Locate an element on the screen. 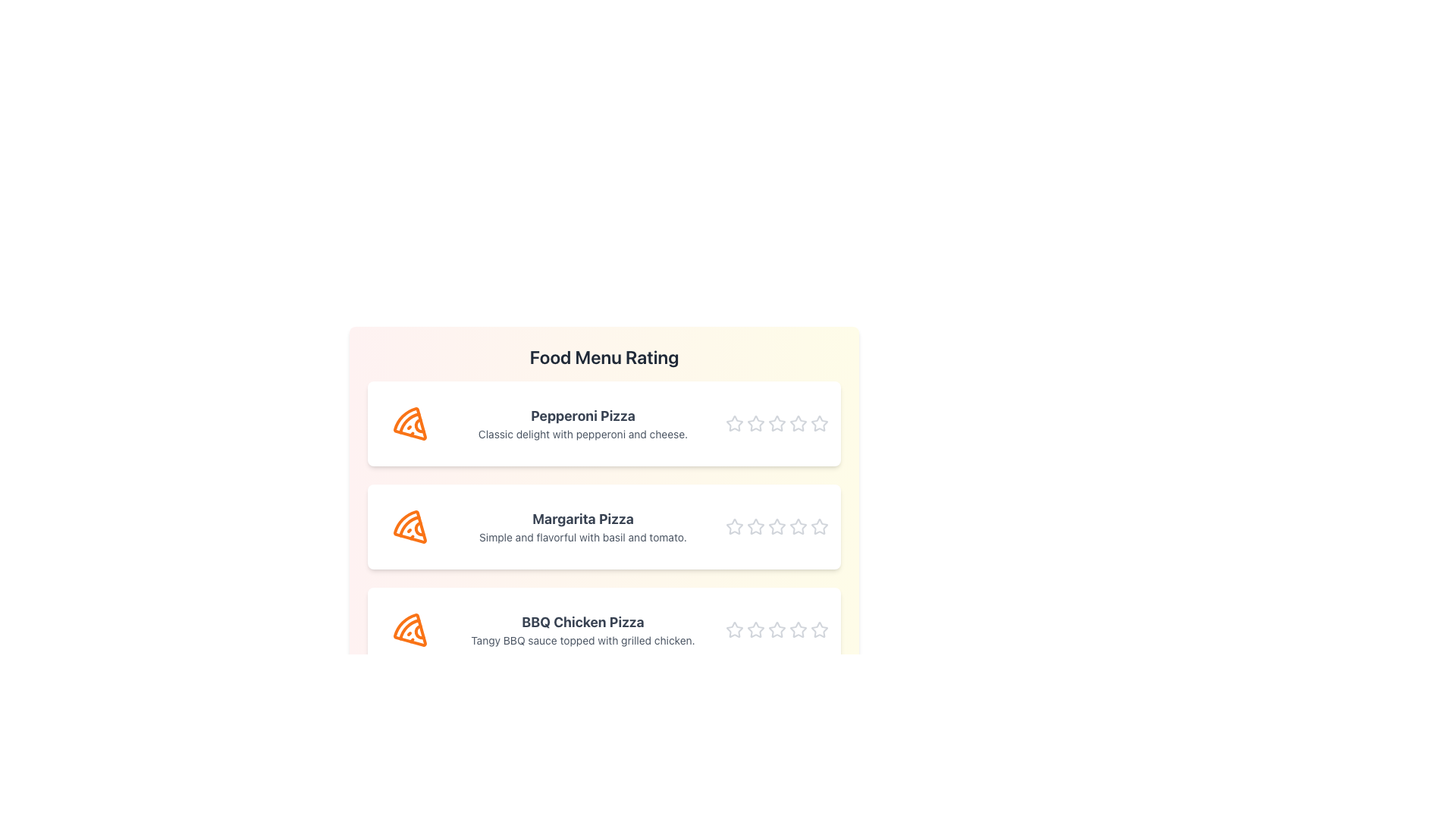  the third star in the Rating indicator below the text 'Pepperoni Pizza' to set a rating is located at coordinates (777, 424).